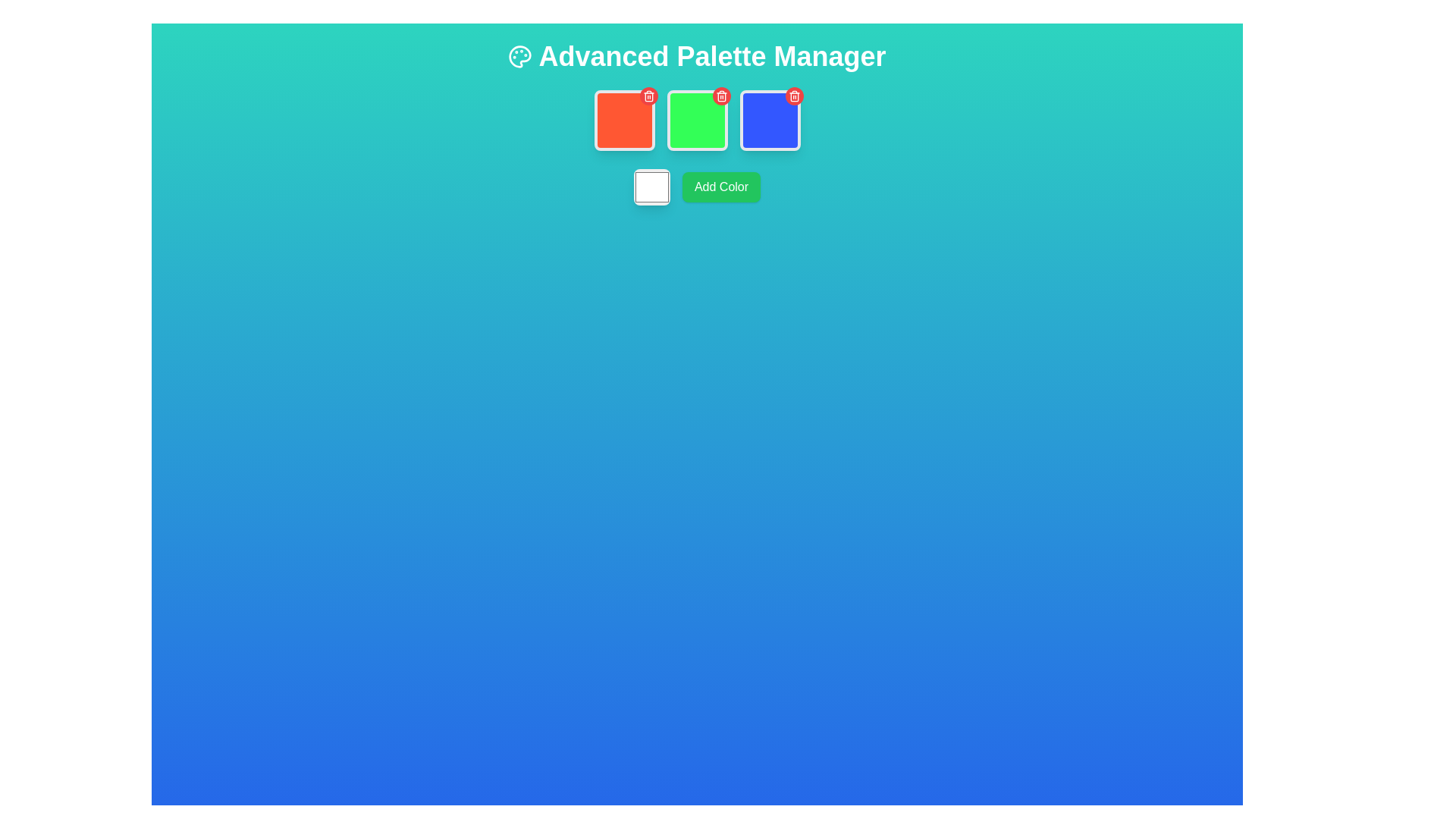  I want to click on the color selection button in the Advanced Palette Manager, which is located between a red square and a blue square, so click(696, 119).